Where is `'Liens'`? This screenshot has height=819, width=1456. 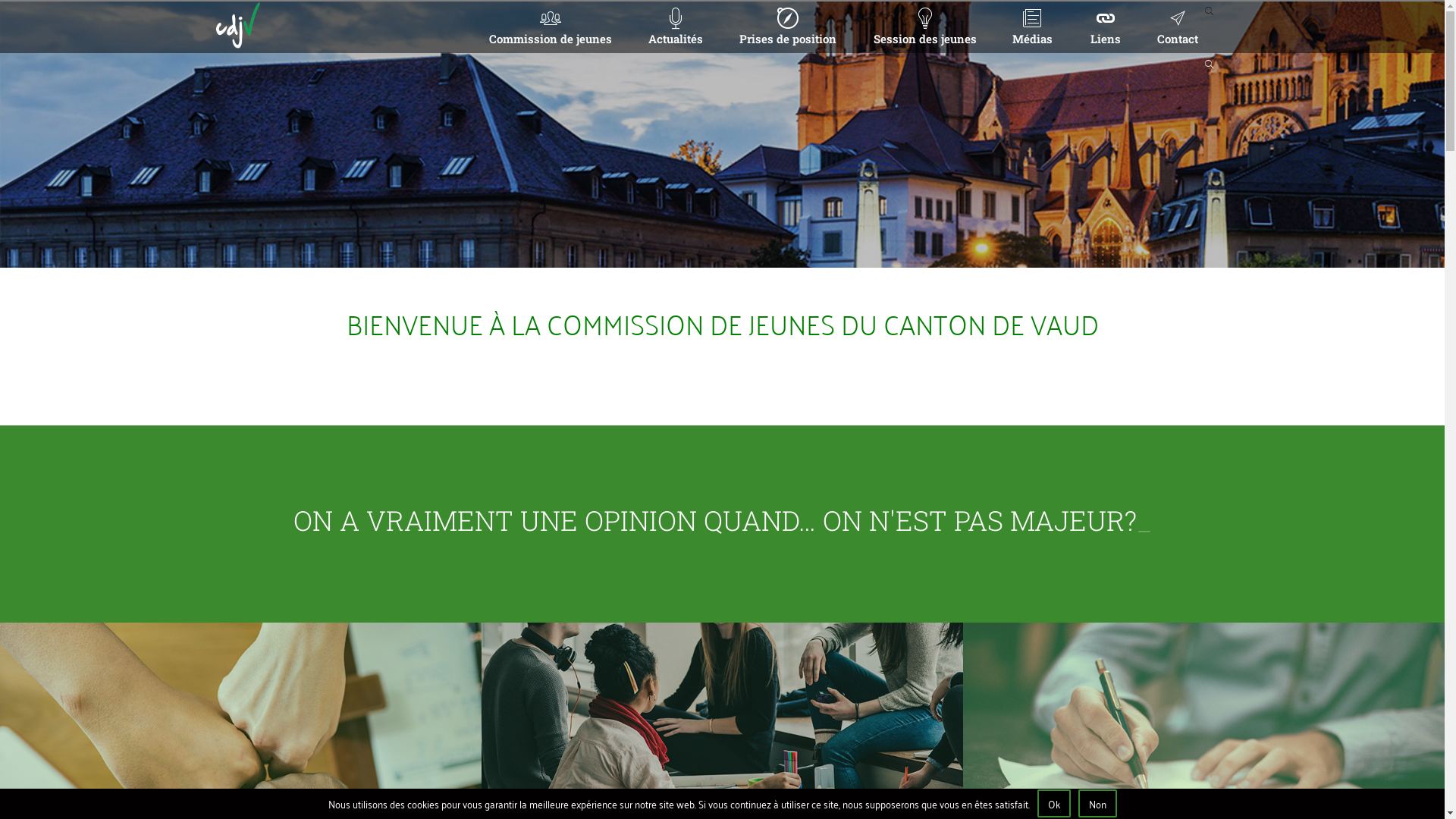
'Liens' is located at coordinates (1105, 26).